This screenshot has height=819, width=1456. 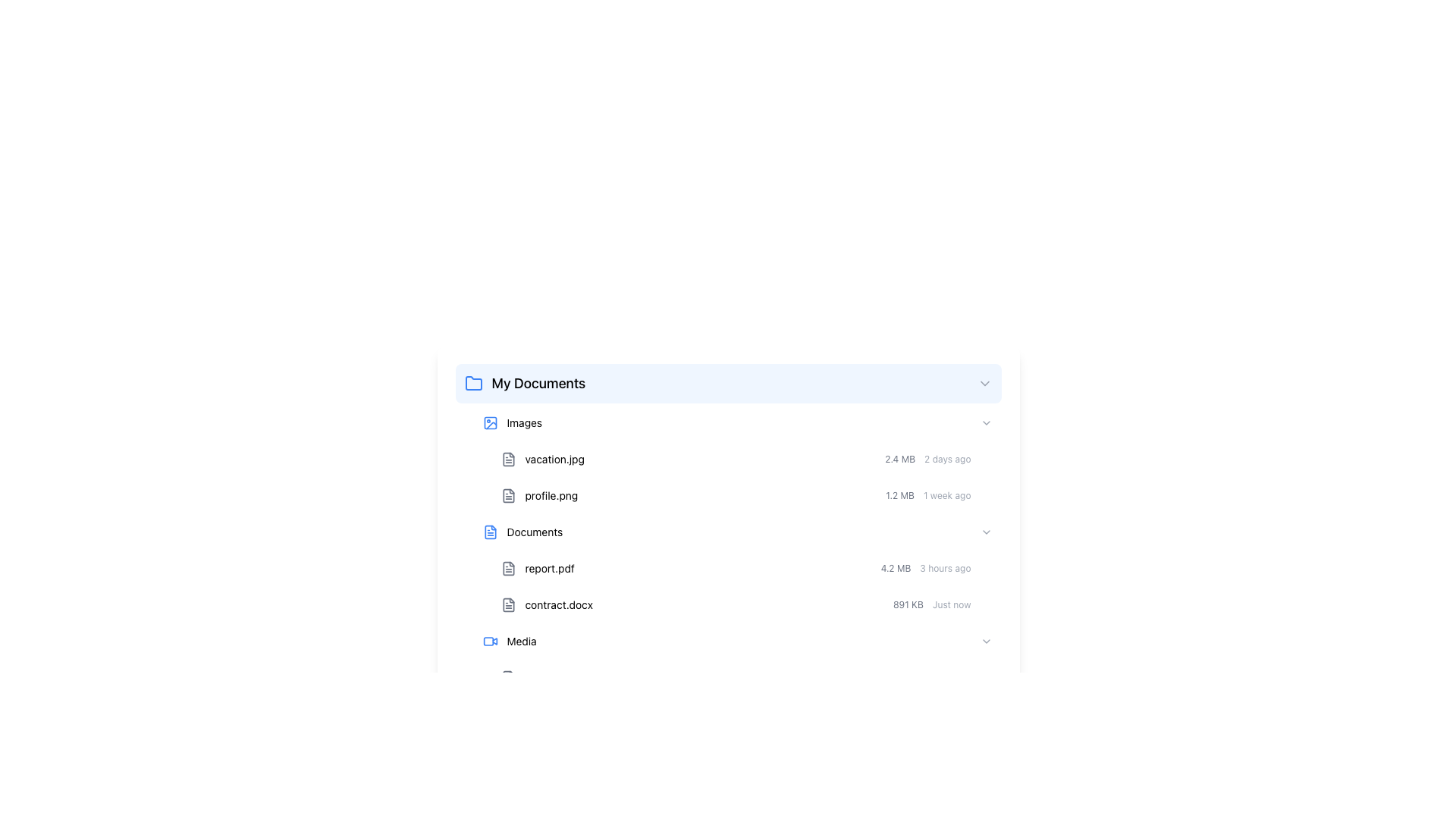 I want to click on the text label displaying the PDF file name located at the top-left section of the document listing under the 'Documents' category, so click(x=538, y=568).